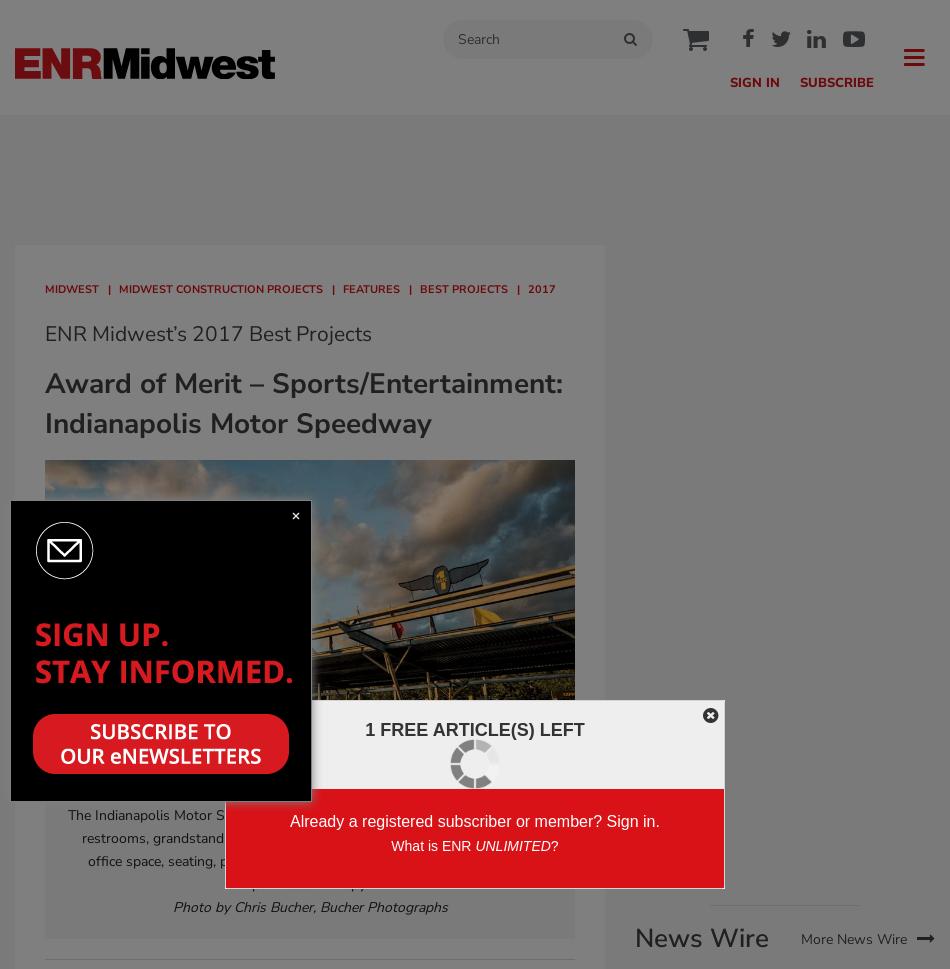  What do you see at coordinates (303, 402) in the screenshot?
I see `'Award of Merit – Sports/Entertainment: Indianapolis Motor Speedway'` at bounding box center [303, 402].